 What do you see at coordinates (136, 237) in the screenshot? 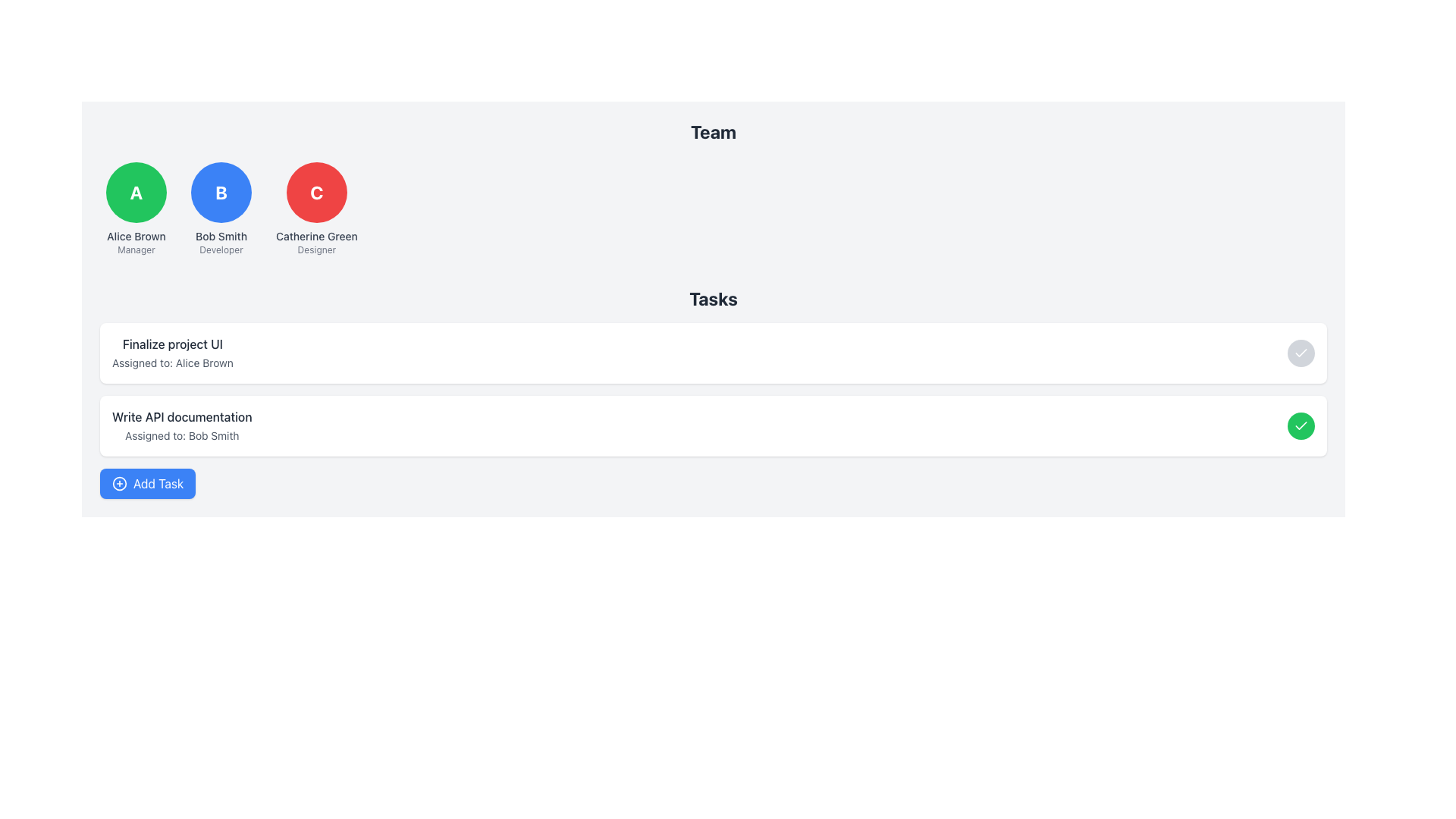
I see `the text label displaying the name 'Alice Brown', which is located below the green circular icon with 'A' in the leftmost column of the team members' group` at bounding box center [136, 237].